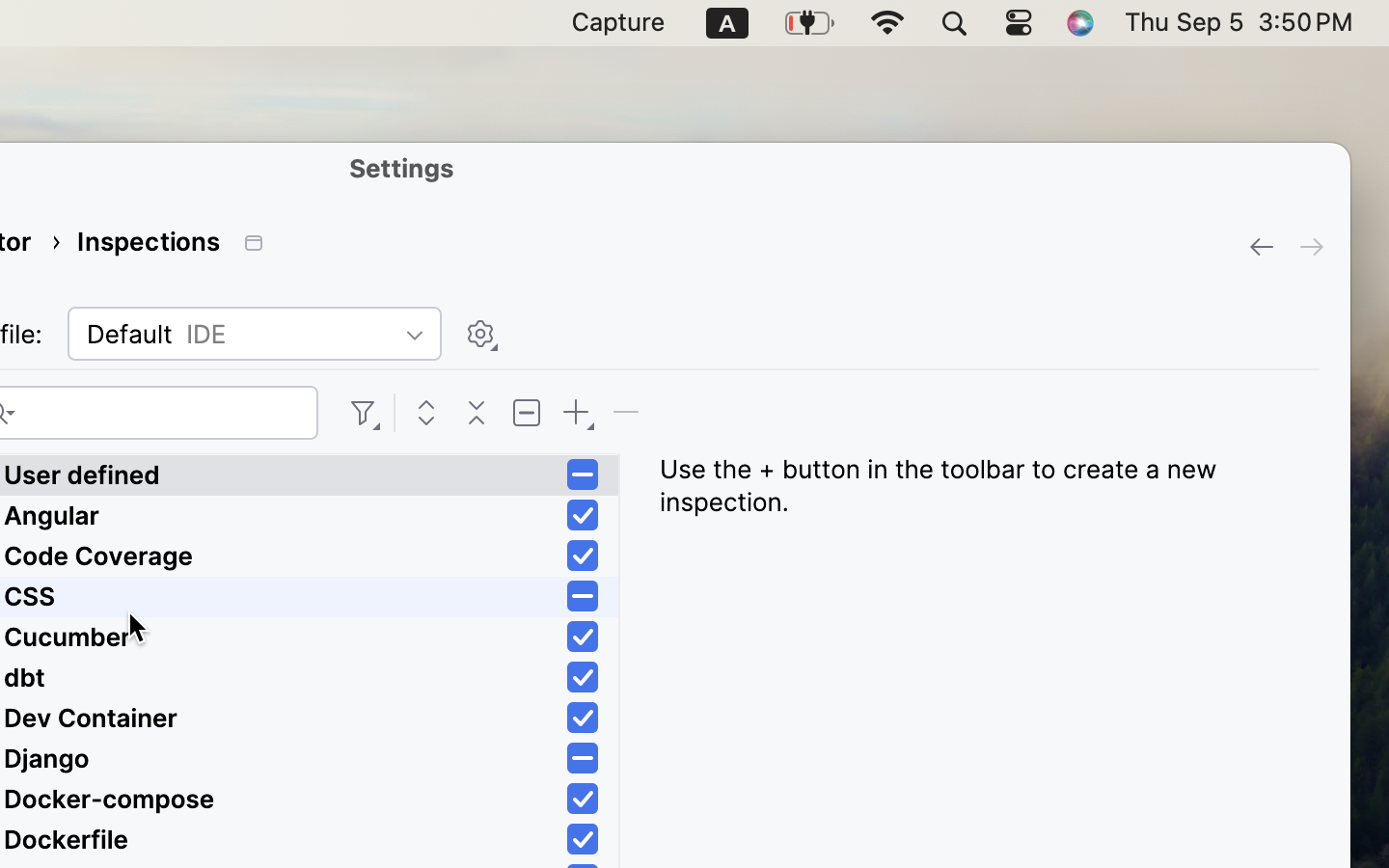 Image resolution: width=1389 pixels, height=868 pixels. I want to click on 'Default', so click(253, 333).